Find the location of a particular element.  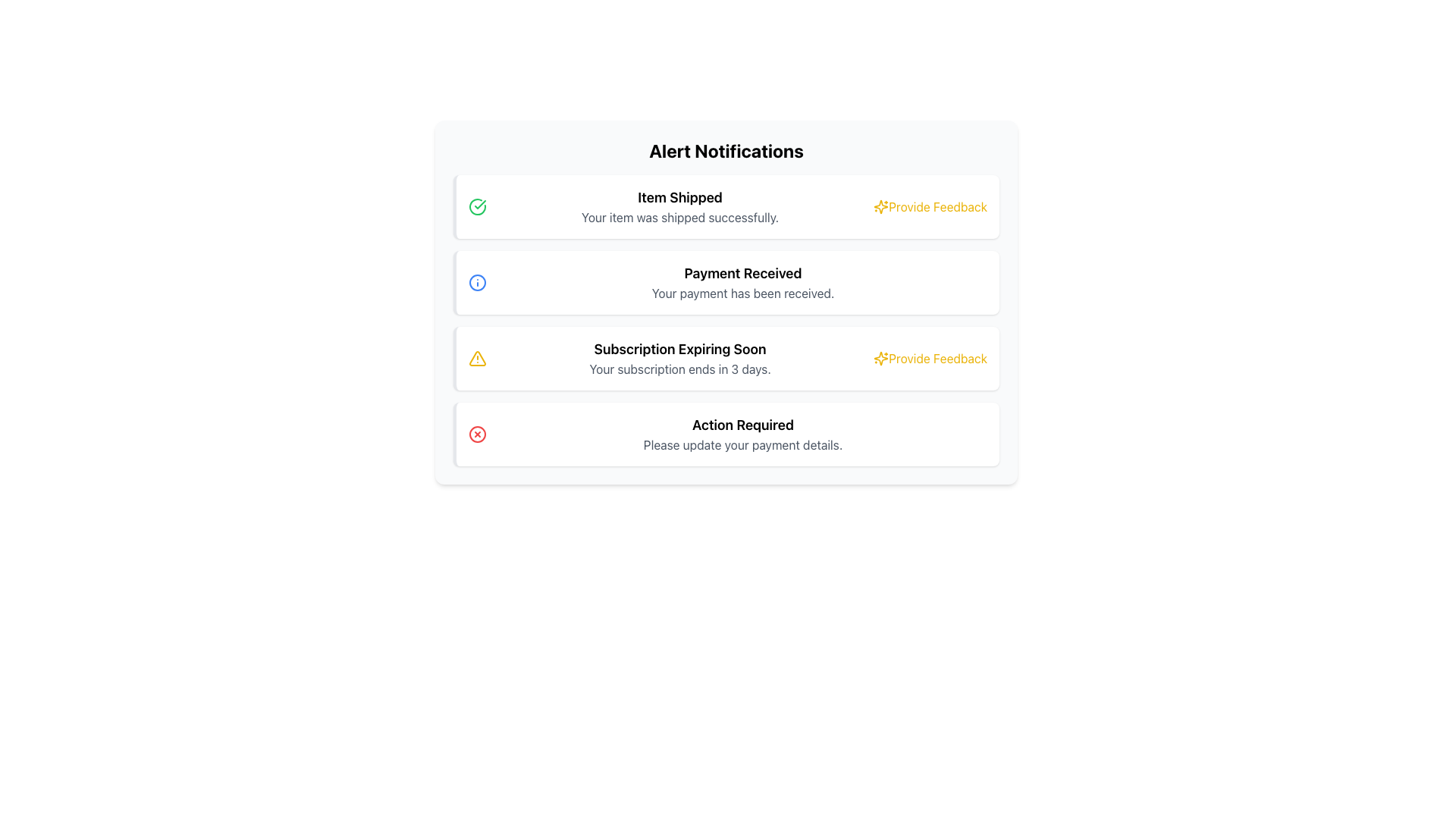

the Notification Card that confirms payment has been received successfully, located in the second row of the notification list is located at coordinates (726, 283).